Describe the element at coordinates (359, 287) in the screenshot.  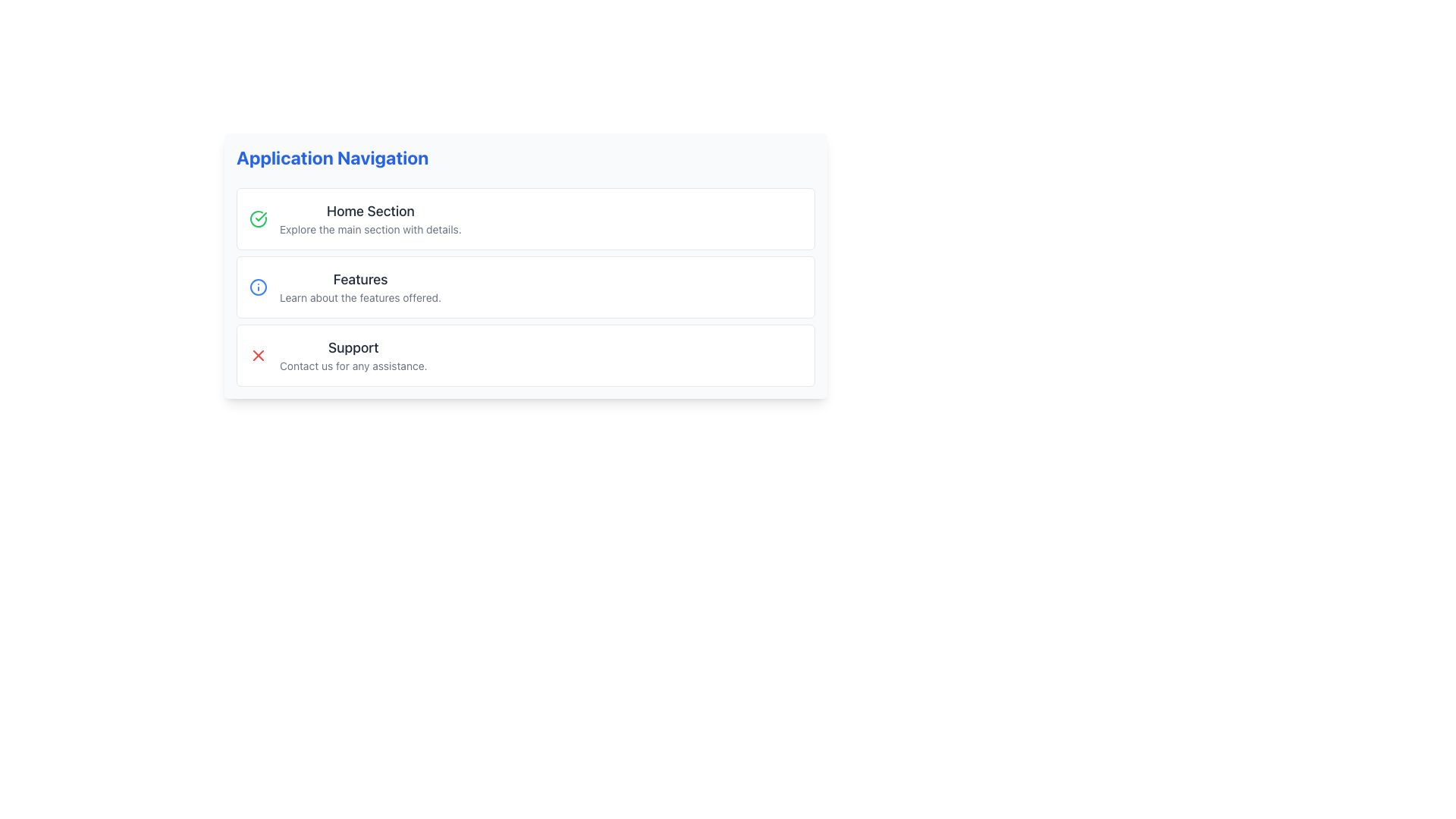
I see `descriptive text of the navigational element located between the 'Home Section' and 'Support' items, which provides information and guidance about the 'Features' section` at that location.